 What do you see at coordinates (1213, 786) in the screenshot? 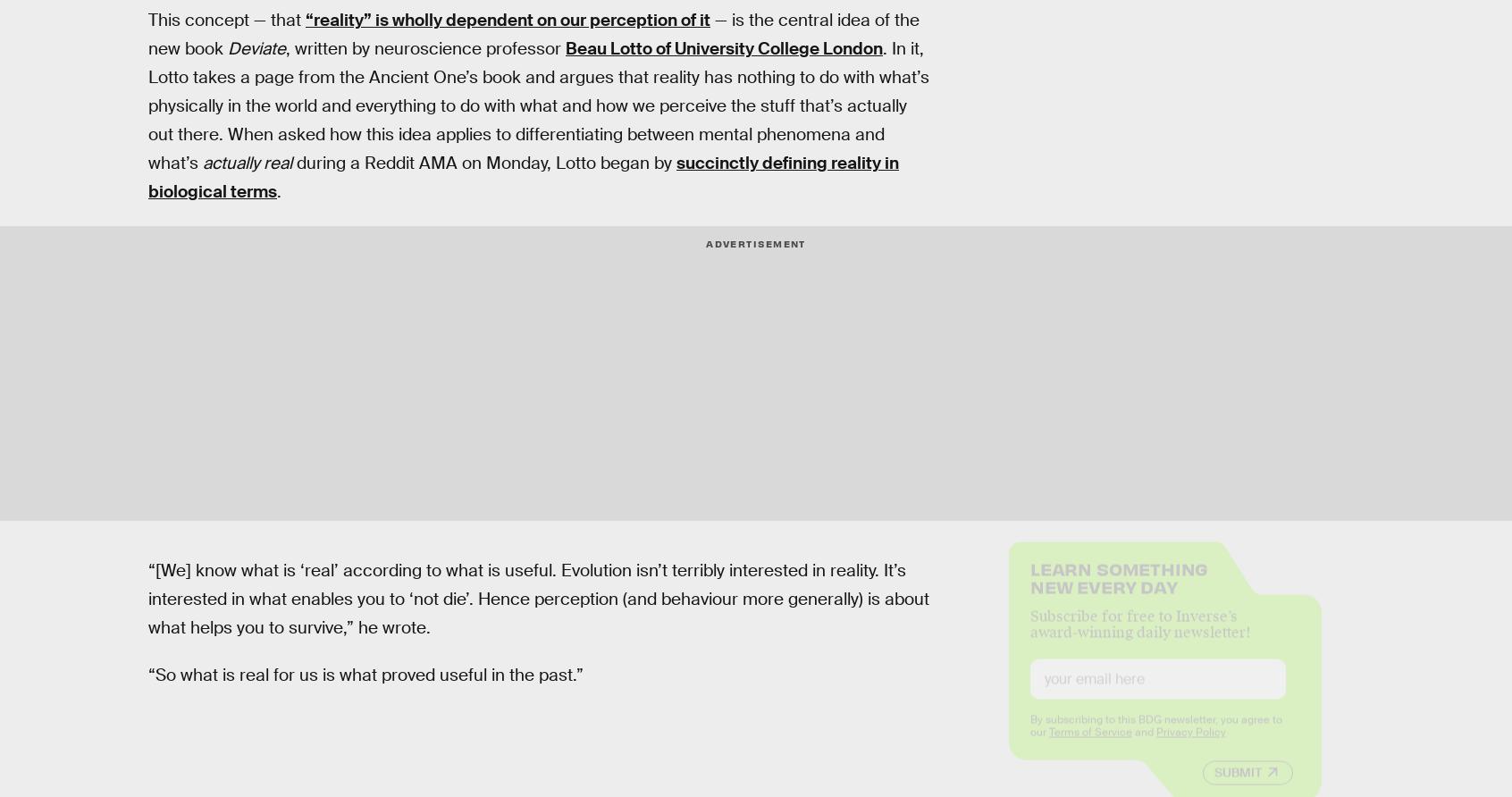
I see `'Submit'` at bounding box center [1213, 786].